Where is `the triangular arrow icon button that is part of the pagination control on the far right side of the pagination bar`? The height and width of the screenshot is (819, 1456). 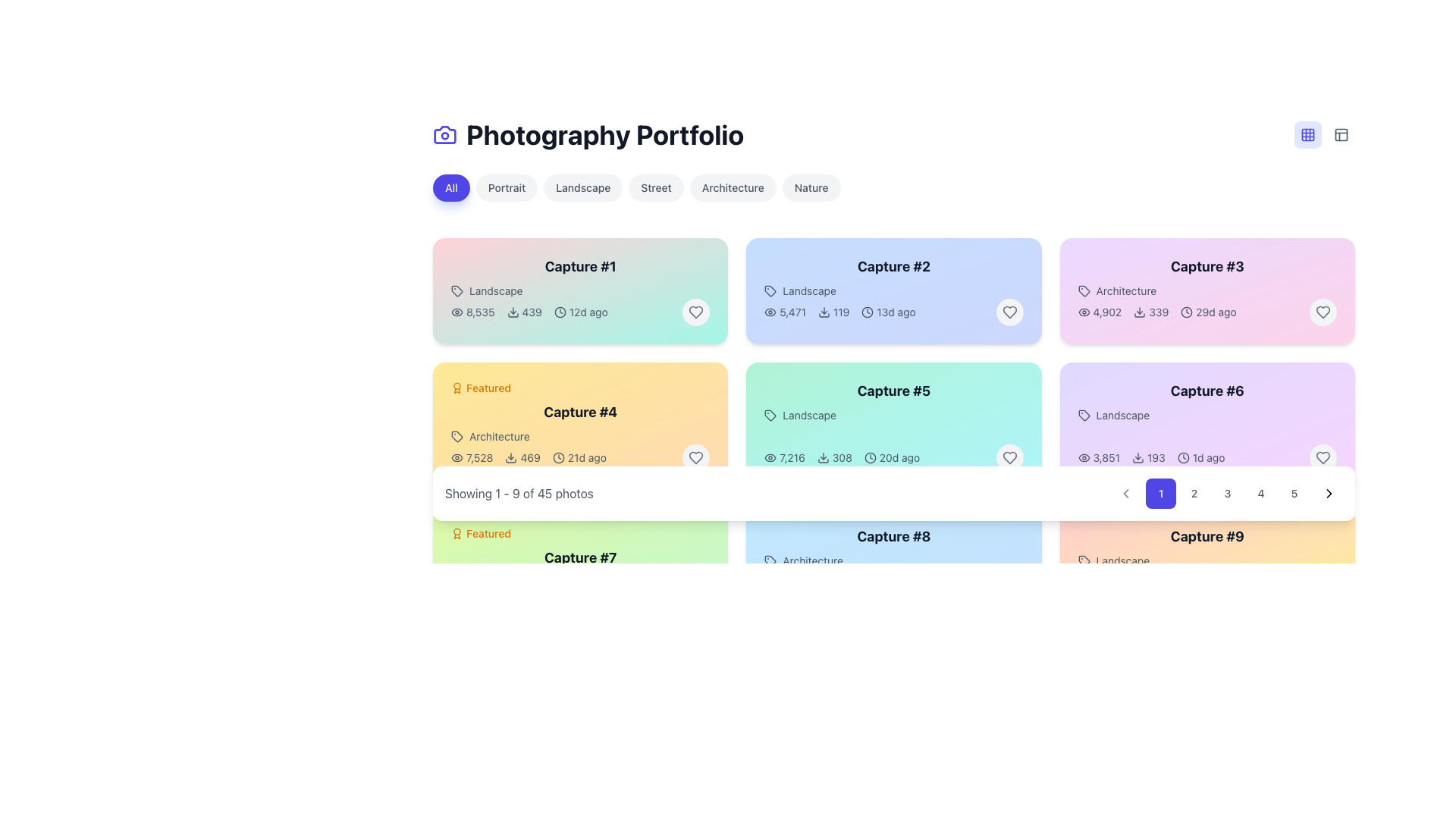 the triangular arrow icon button that is part of the pagination control on the far right side of the pagination bar is located at coordinates (1328, 494).